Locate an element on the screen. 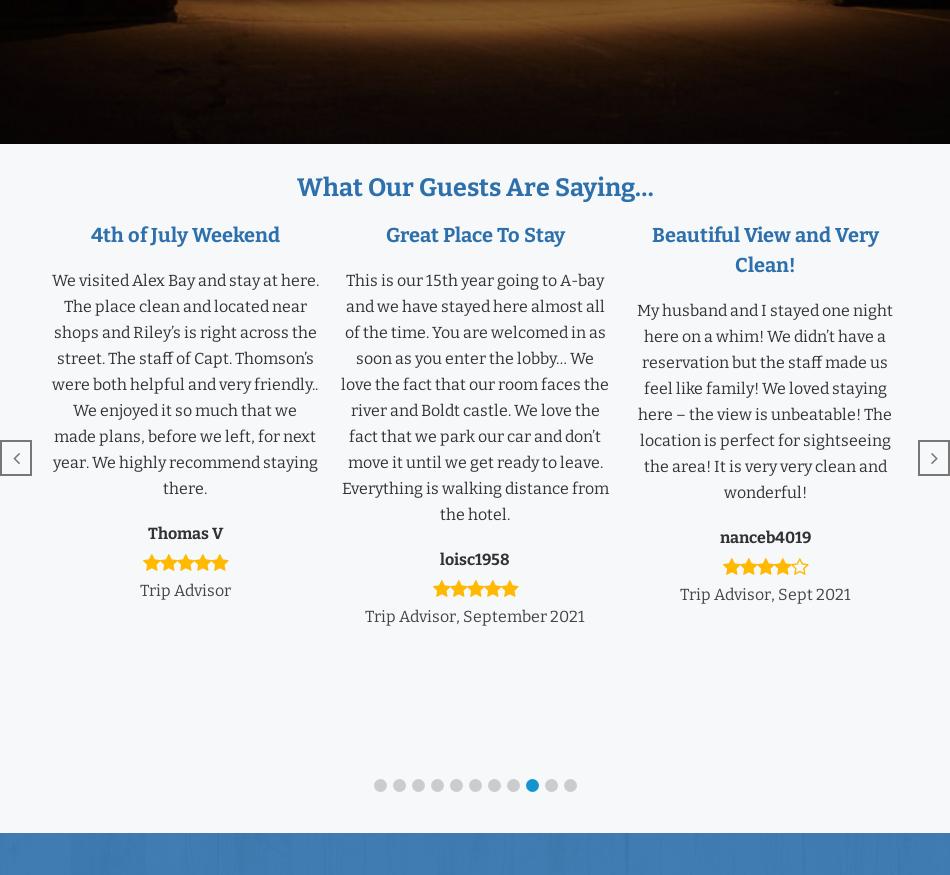 The height and width of the screenshot is (875, 950). 'Thomas V' is located at coordinates (184, 532).